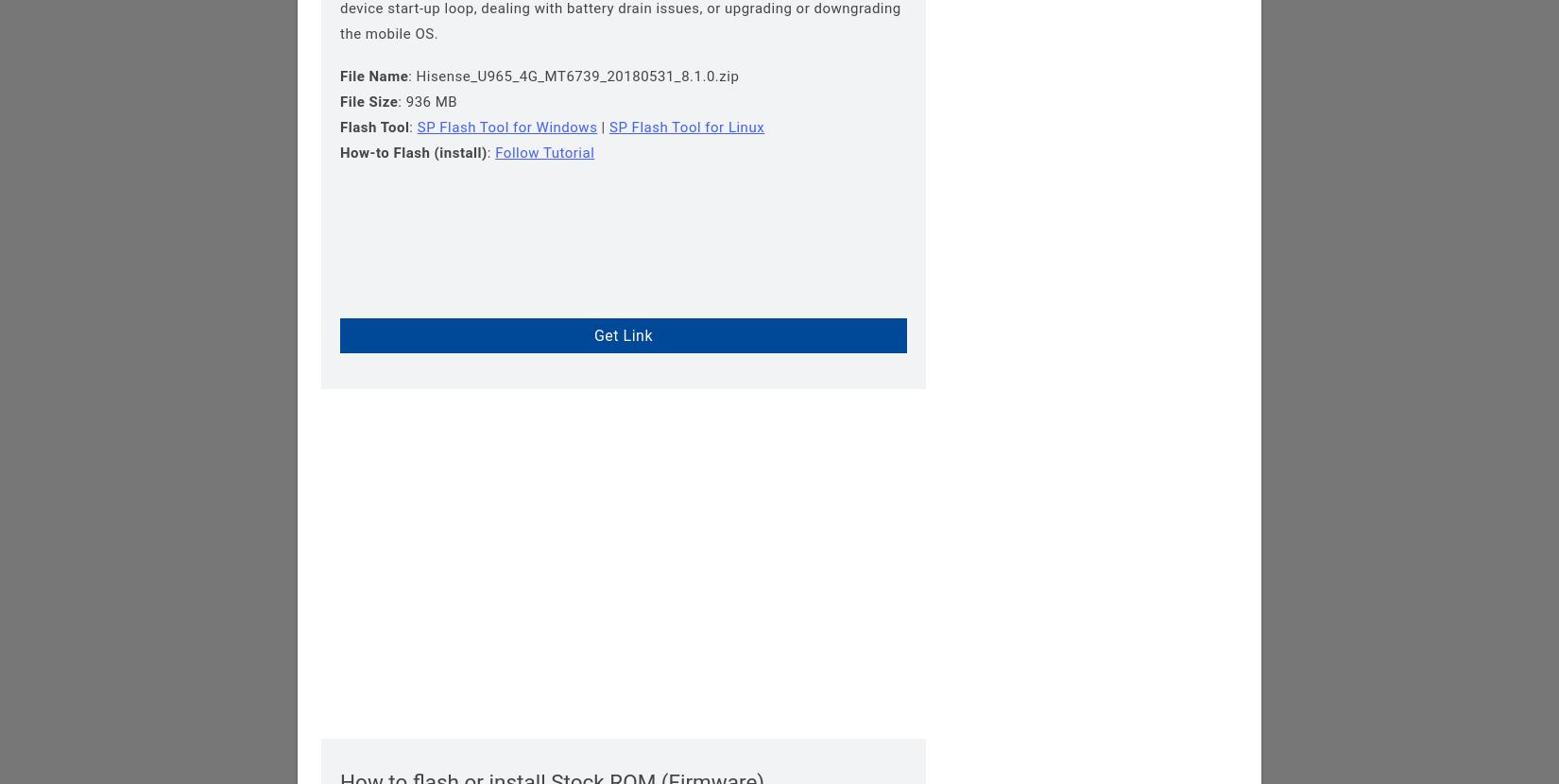  Describe the element at coordinates (622, 335) in the screenshot. I see `'Get Link'` at that location.